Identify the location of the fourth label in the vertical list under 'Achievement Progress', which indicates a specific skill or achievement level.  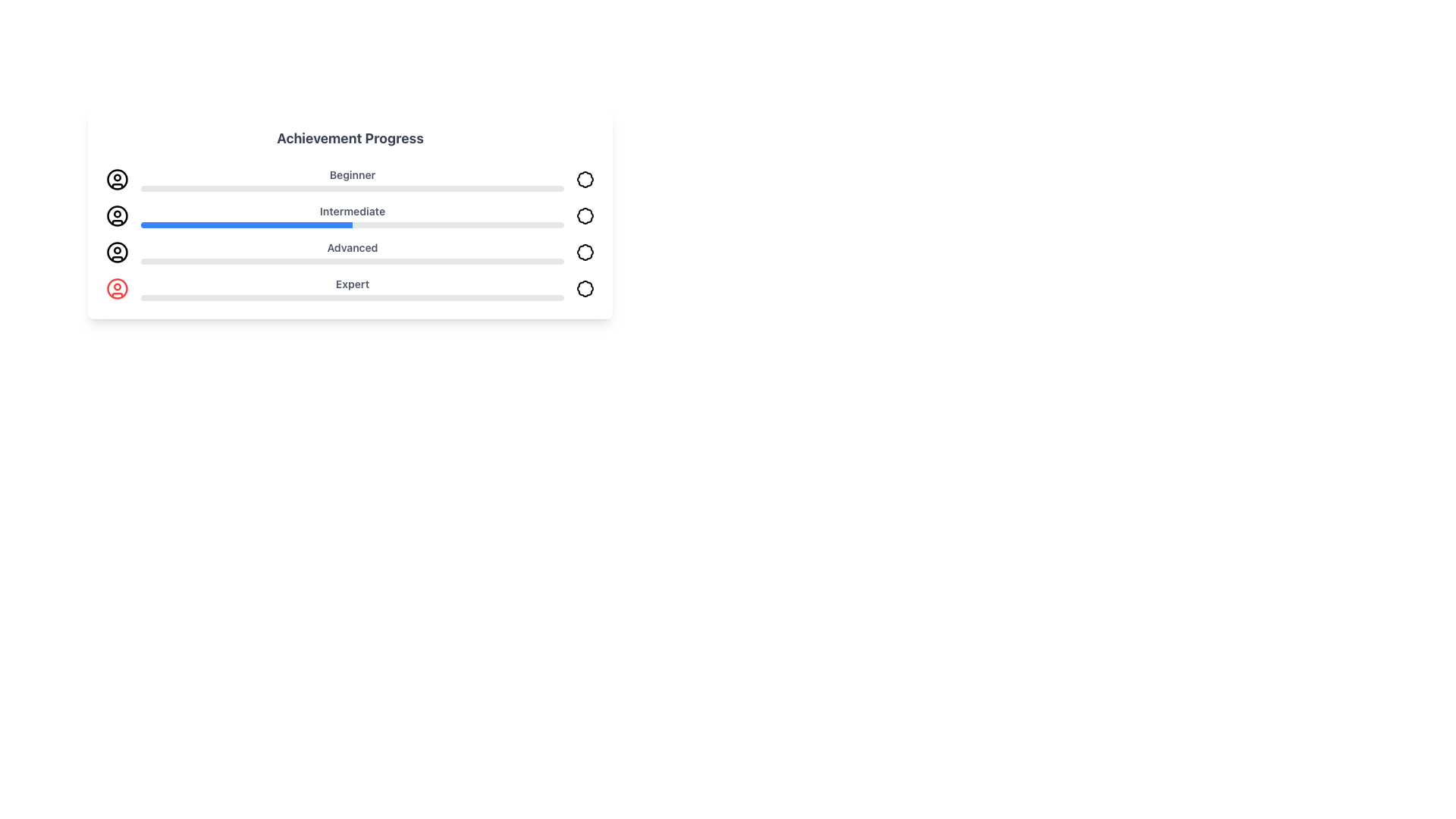
(352, 289).